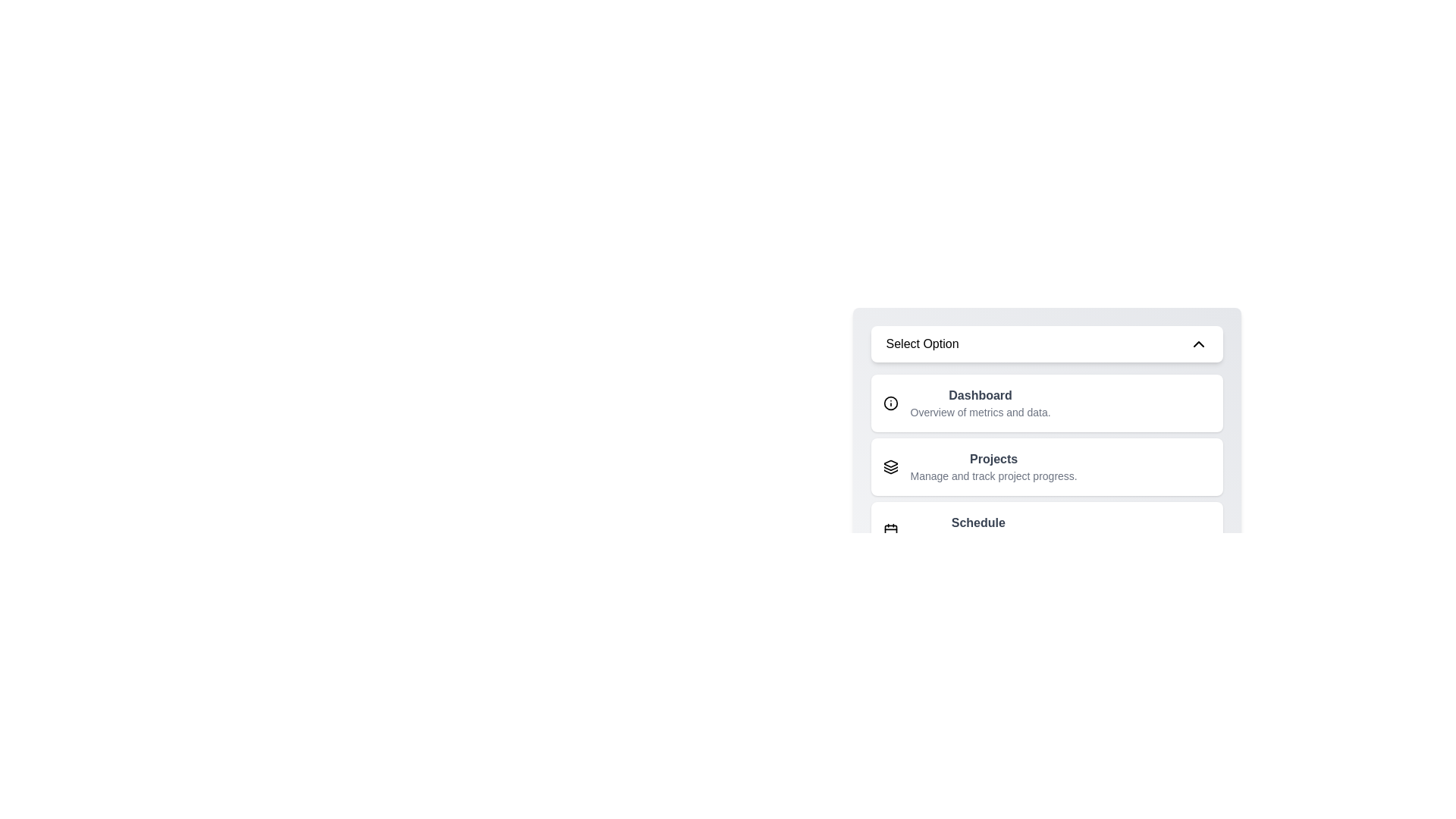  I want to click on the icon next to the Schedule menu item, so click(890, 529).